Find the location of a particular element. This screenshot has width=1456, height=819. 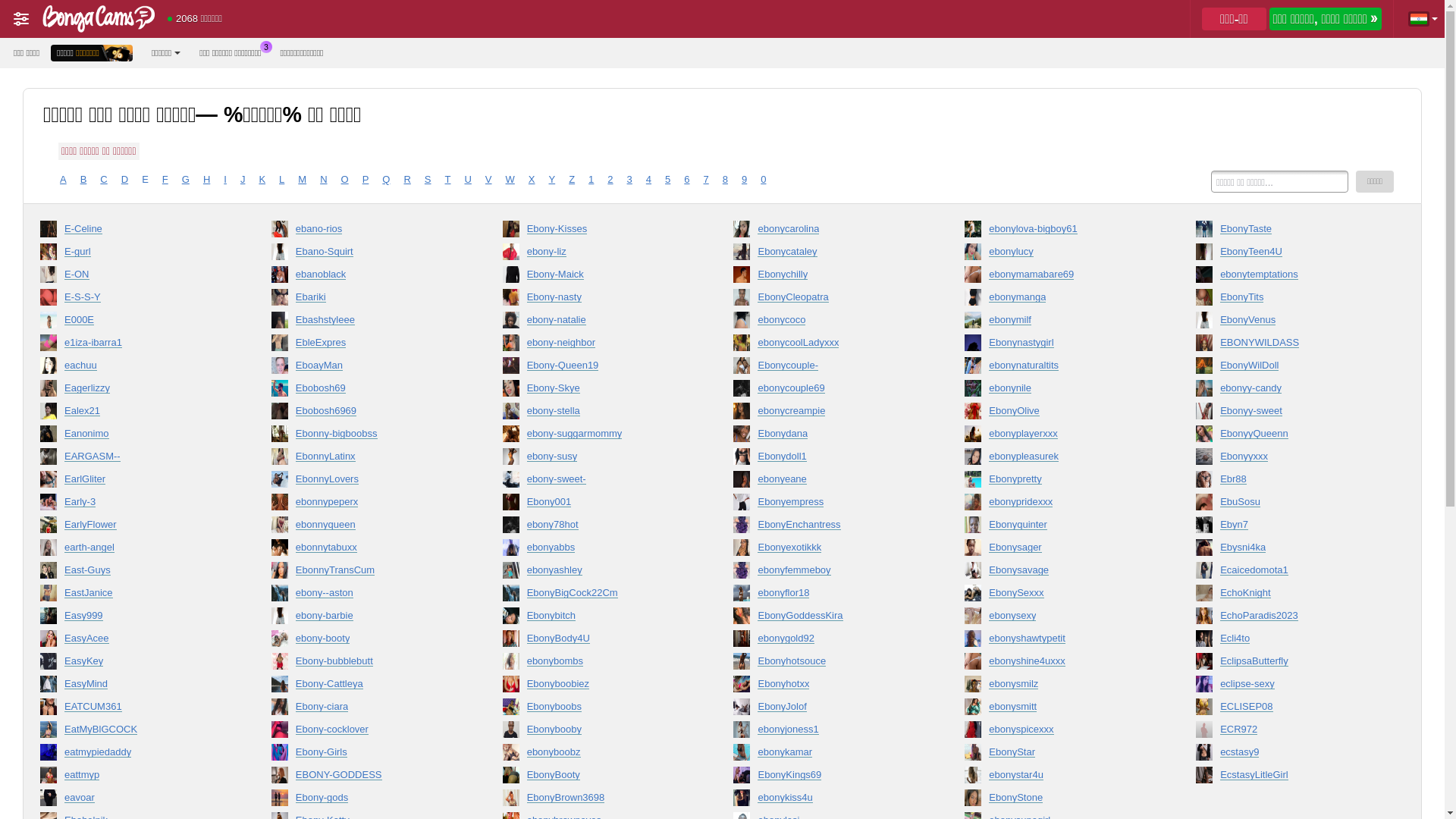

'Ebonycouple-' is located at coordinates (826, 369).